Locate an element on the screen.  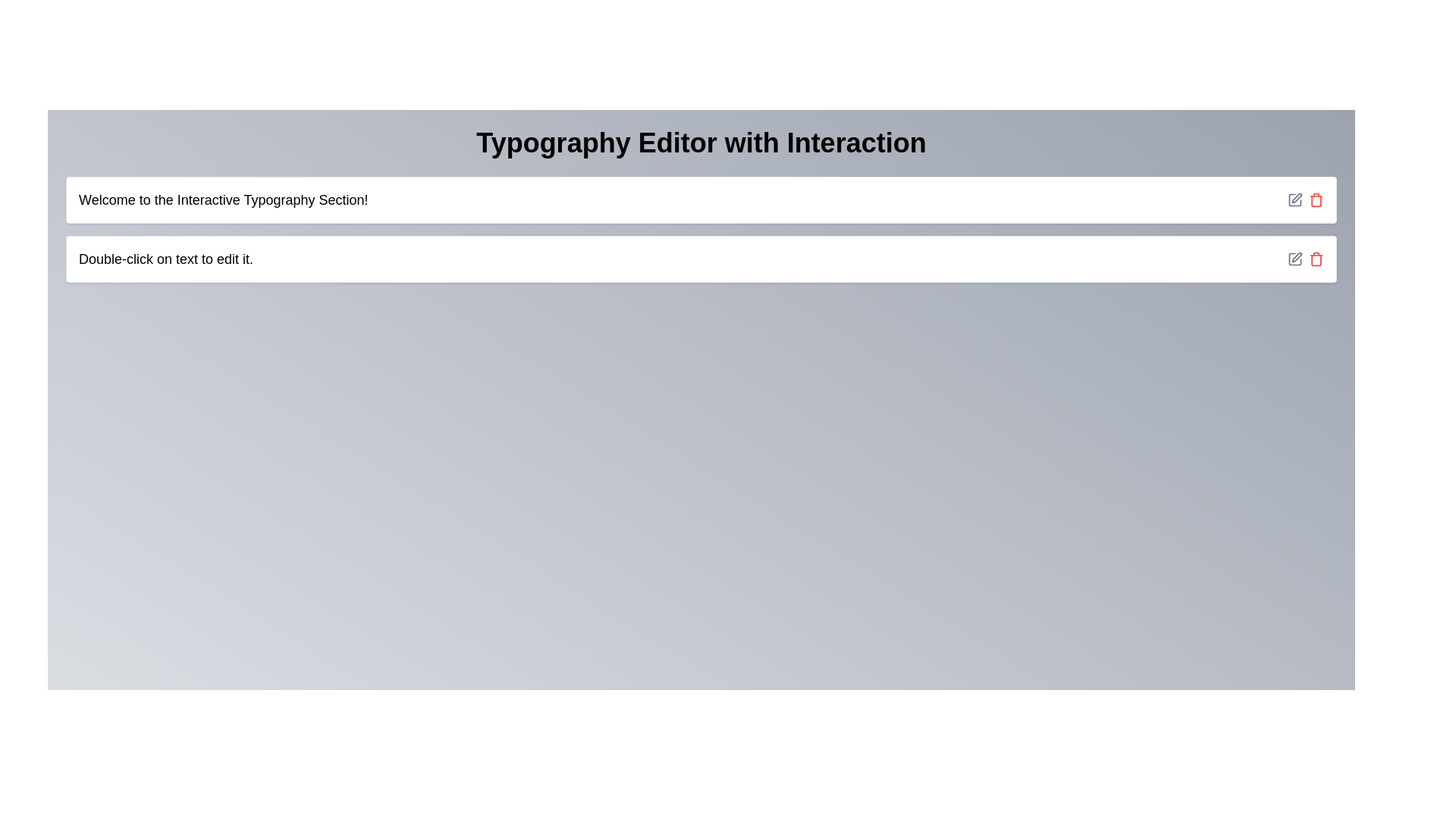
the delete icon button is located at coordinates (1316, 259).